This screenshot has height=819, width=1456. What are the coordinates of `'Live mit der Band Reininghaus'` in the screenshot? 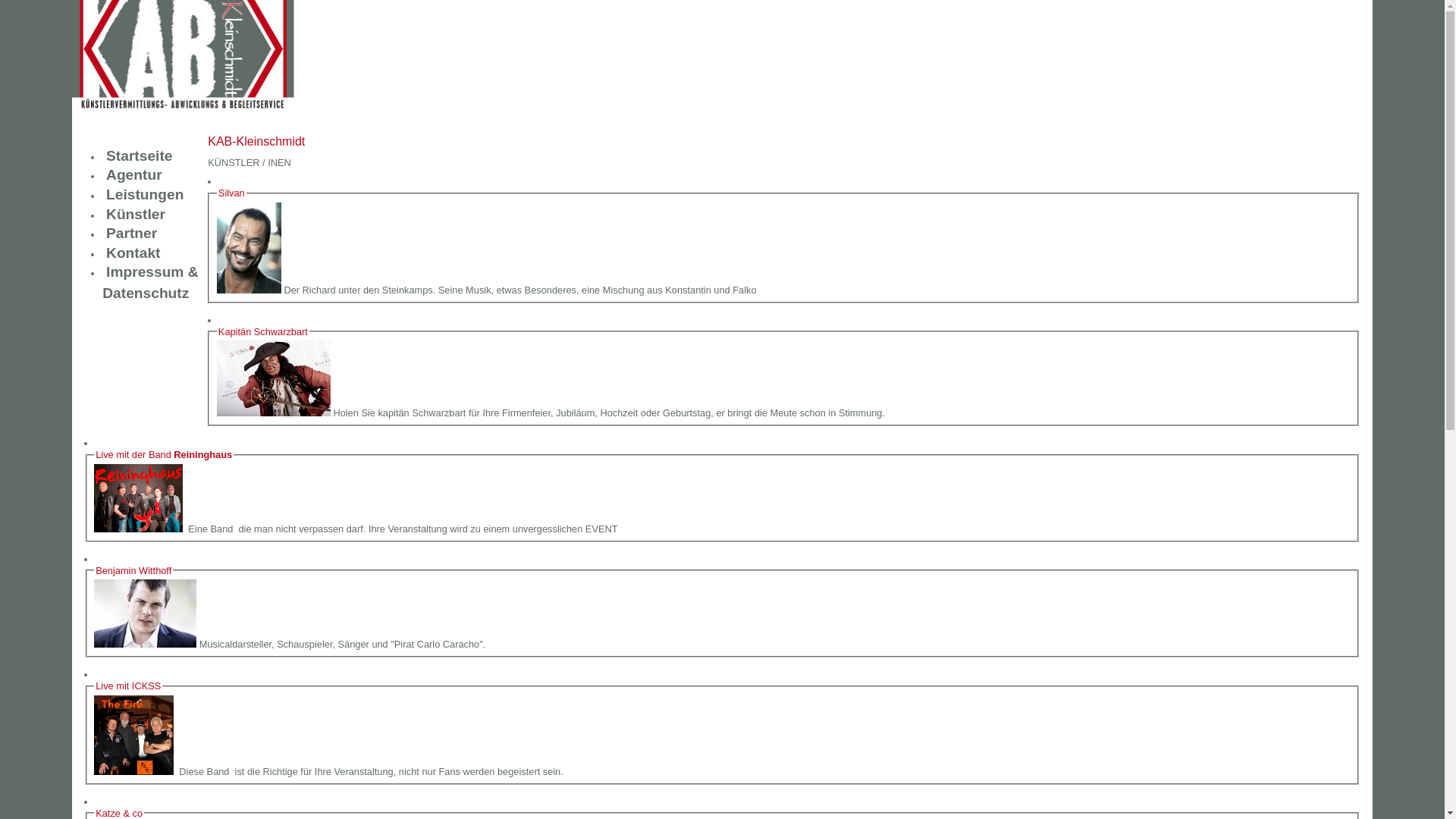 It's located at (164, 453).